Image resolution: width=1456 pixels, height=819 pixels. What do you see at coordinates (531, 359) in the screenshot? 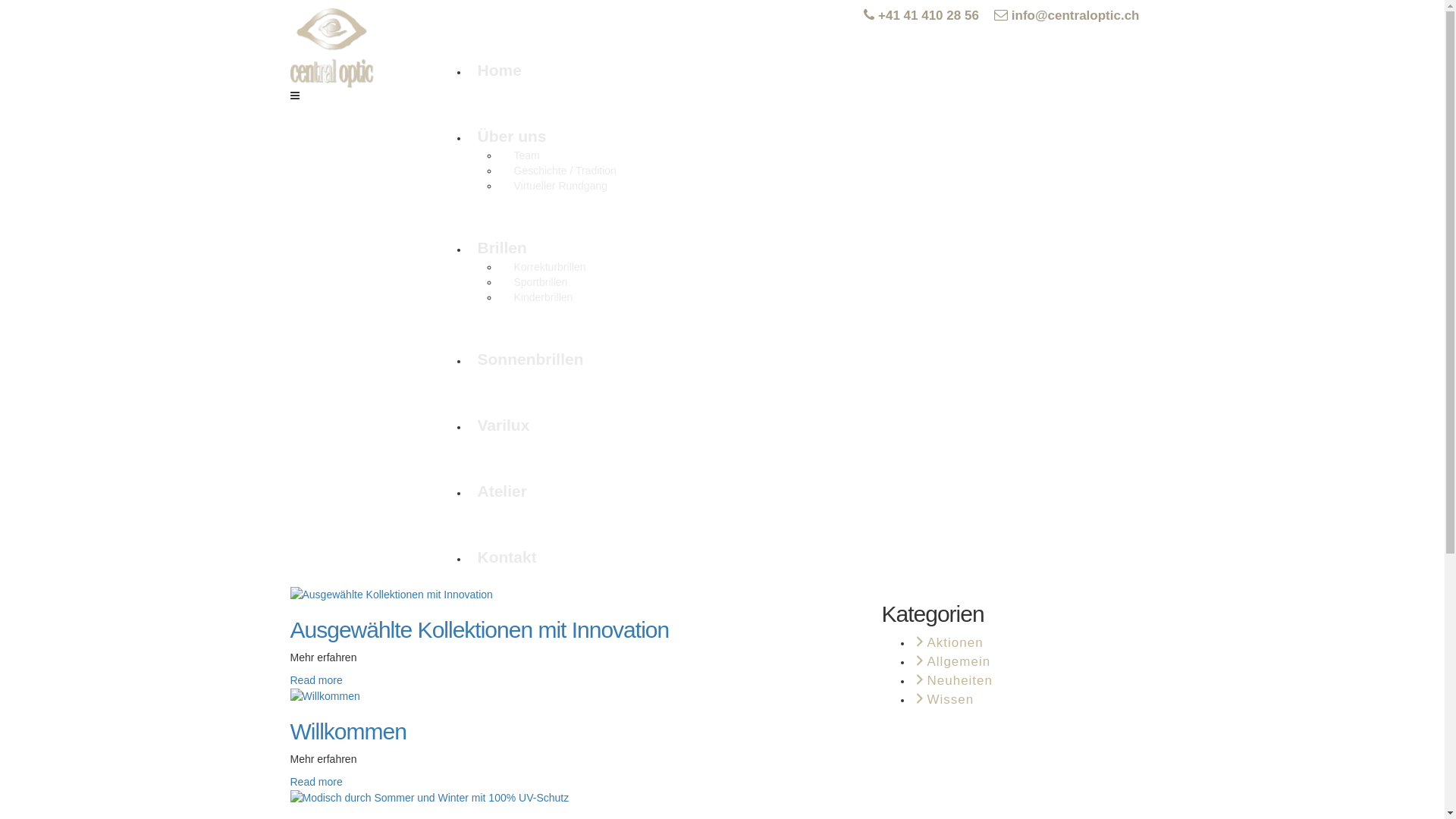
I see `'Sonnenbrillen'` at bounding box center [531, 359].